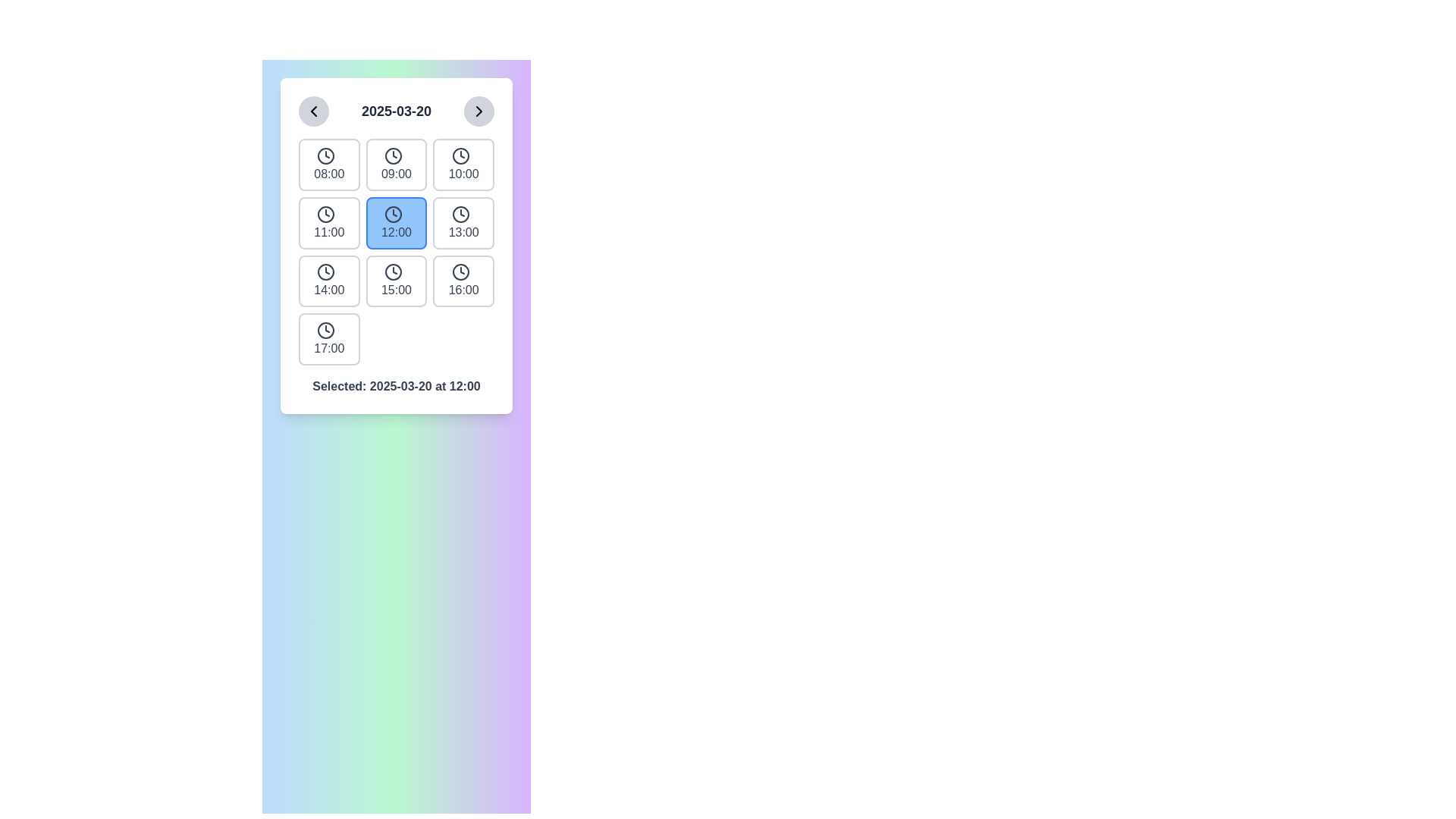 This screenshot has height=819, width=1456. What do you see at coordinates (393, 214) in the screenshot?
I see `the circular icon representing the 12:00 time slot within the clock icon in the grid layout` at bounding box center [393, 214].